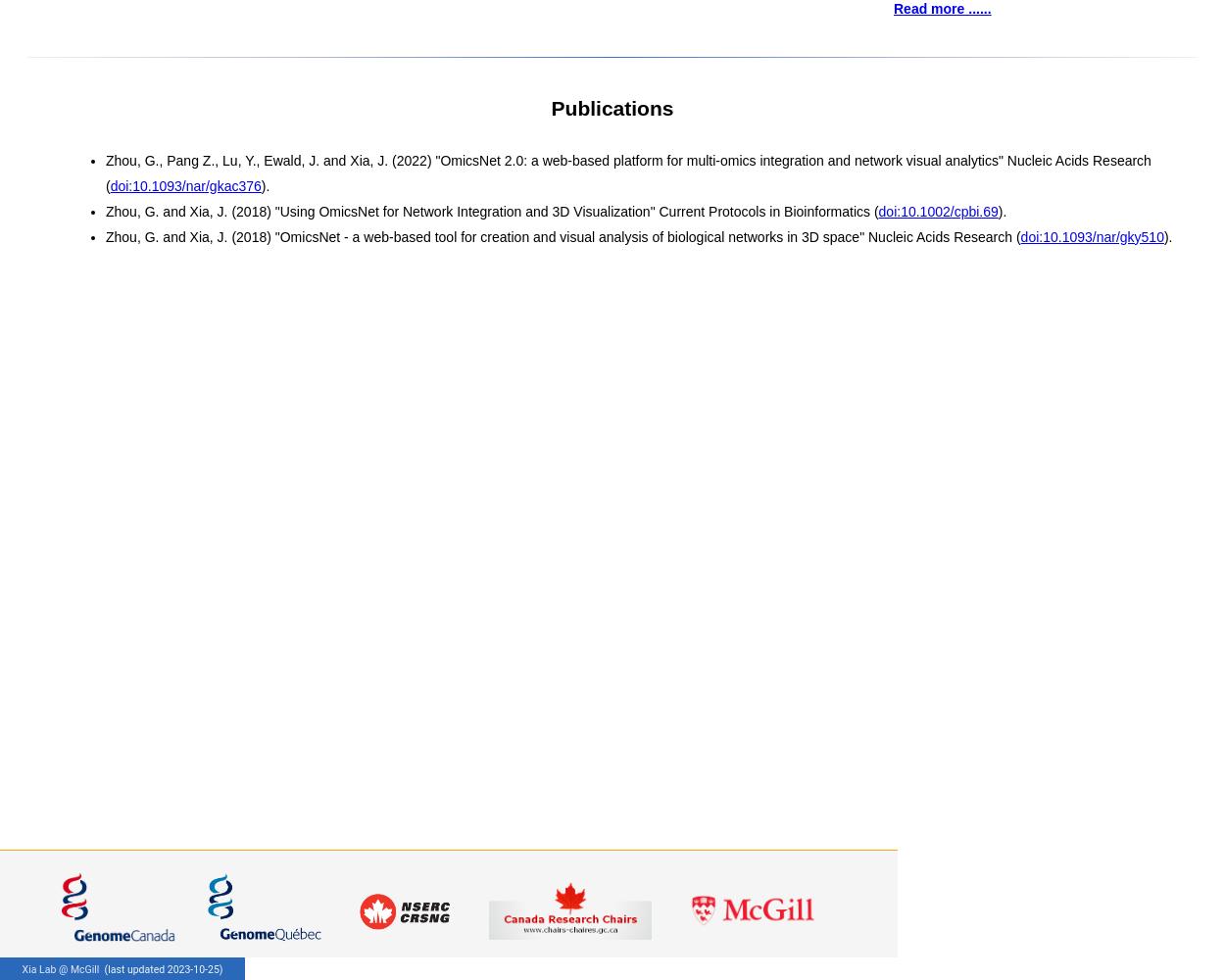  Describe the element at coordinates (61, 968) in the screenshot. I see `'Xia Lab @ McGill'` at that location.